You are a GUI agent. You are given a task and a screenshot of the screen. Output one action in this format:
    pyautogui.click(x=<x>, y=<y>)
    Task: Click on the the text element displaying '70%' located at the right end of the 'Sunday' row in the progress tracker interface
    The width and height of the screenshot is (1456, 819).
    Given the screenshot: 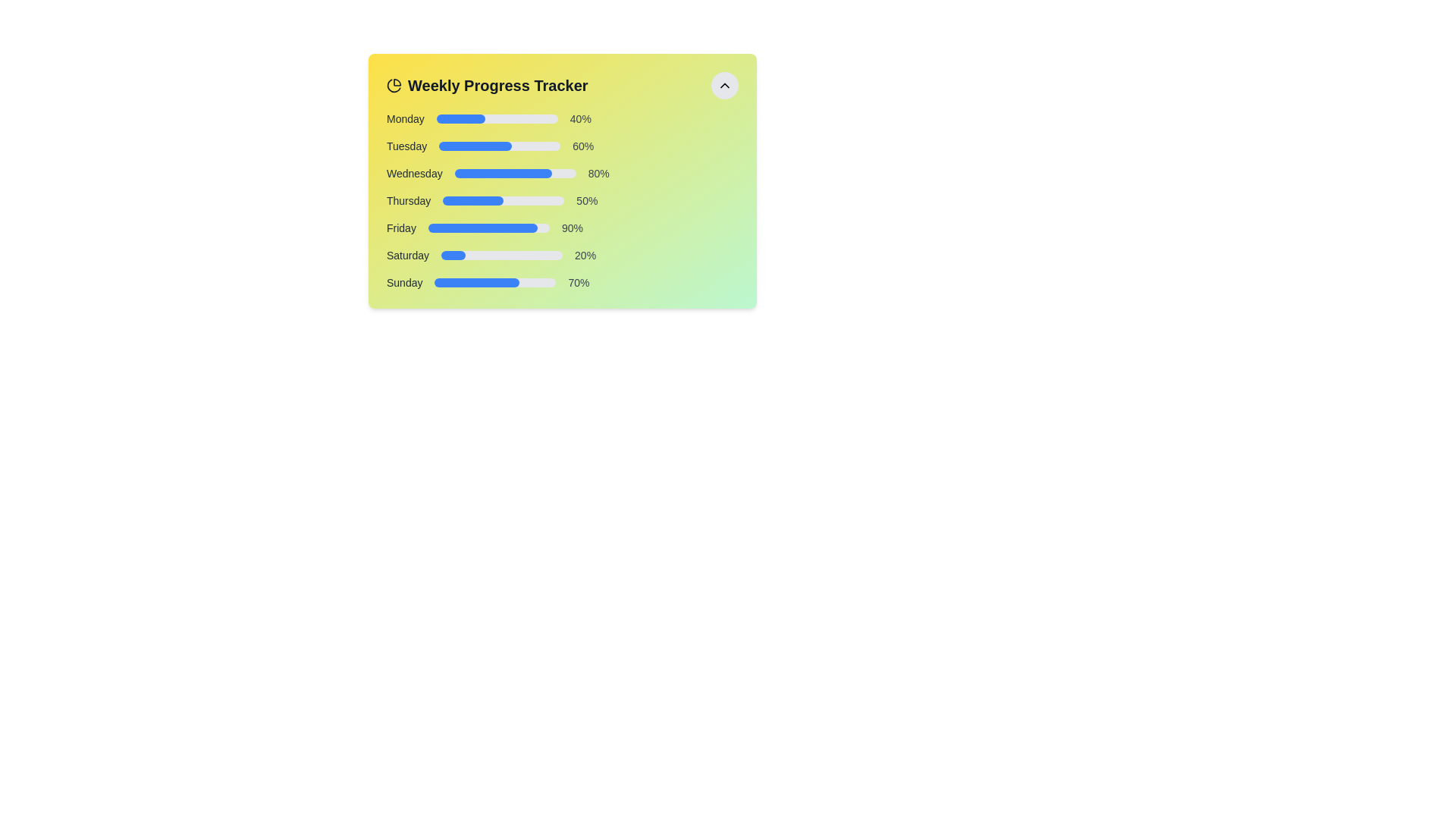 What is the action you would take?
    pyautogui.click(x=578, y=283)
    